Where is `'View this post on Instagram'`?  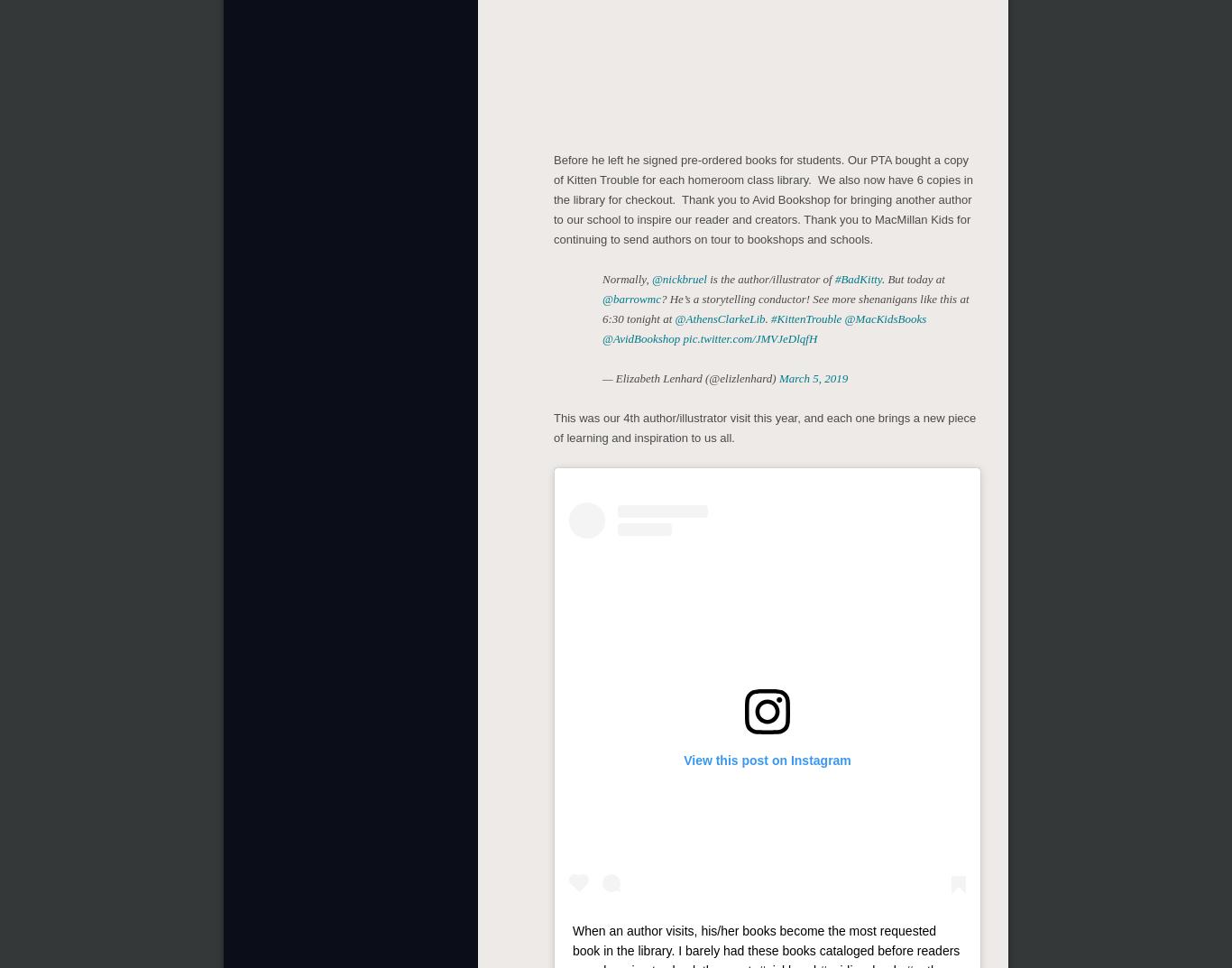
'View this post on Instagram' is located at coordinates (766, 759).